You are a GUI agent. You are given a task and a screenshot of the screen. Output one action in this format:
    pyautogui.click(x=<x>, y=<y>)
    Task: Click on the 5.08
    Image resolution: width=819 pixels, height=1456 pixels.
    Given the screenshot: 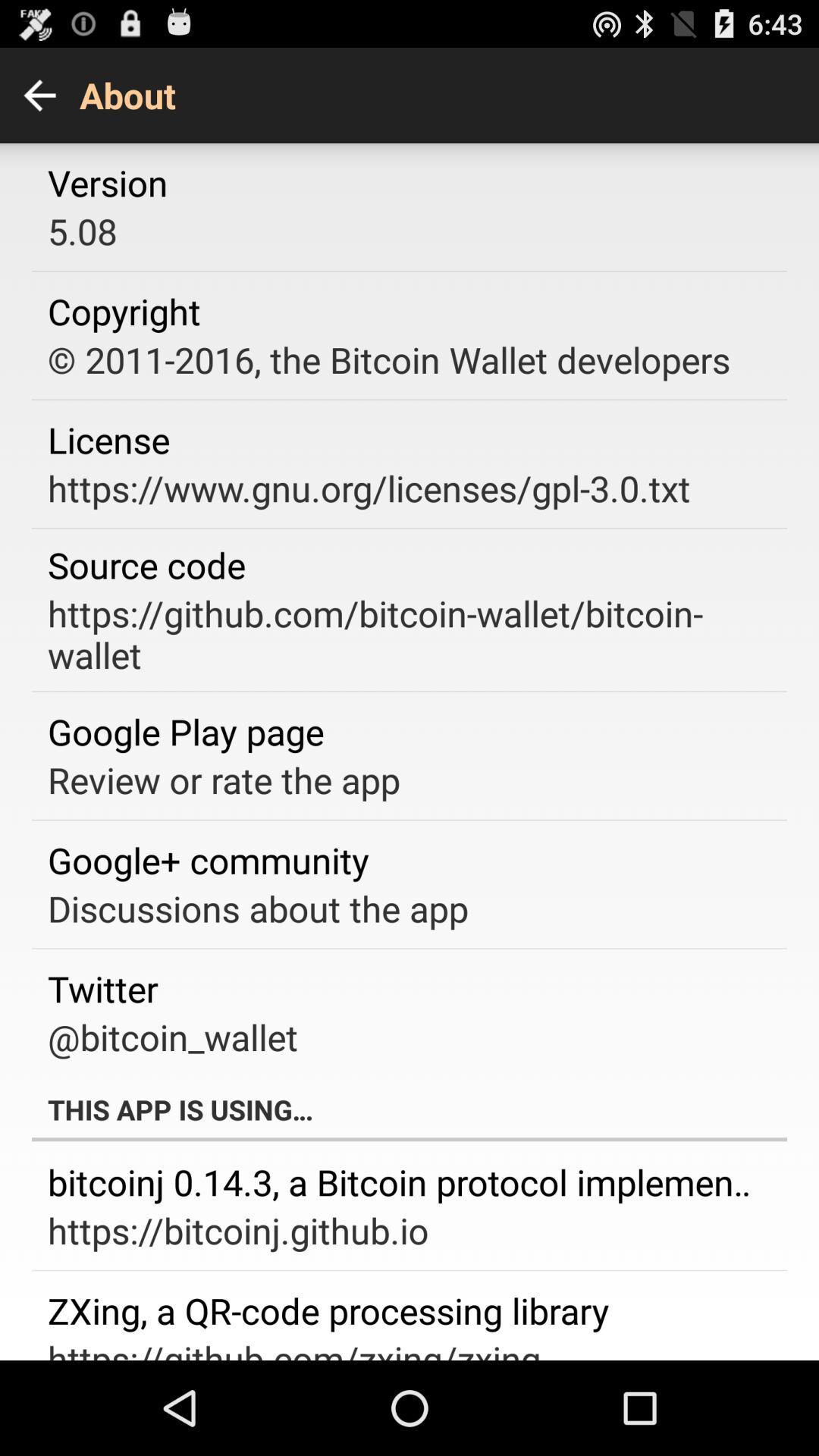 What is the action you would take?
    pyautogui.click(x=82, y=230)
    